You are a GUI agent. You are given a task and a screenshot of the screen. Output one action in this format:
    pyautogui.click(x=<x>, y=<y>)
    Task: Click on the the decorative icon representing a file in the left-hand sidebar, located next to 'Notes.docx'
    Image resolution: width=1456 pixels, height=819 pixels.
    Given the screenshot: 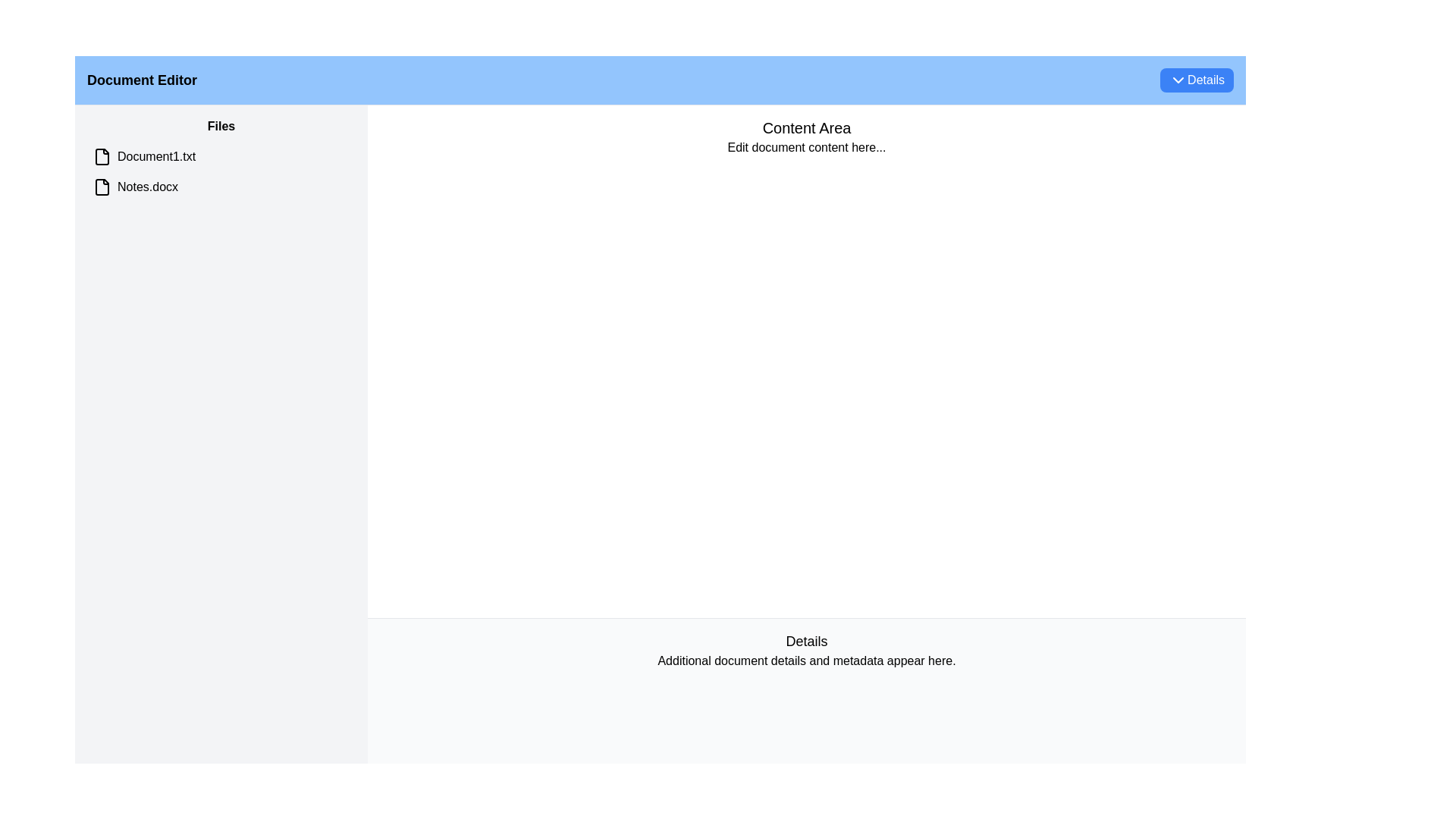 What is the action you would take?
    pyautogui.click(x=101, y=186)
    